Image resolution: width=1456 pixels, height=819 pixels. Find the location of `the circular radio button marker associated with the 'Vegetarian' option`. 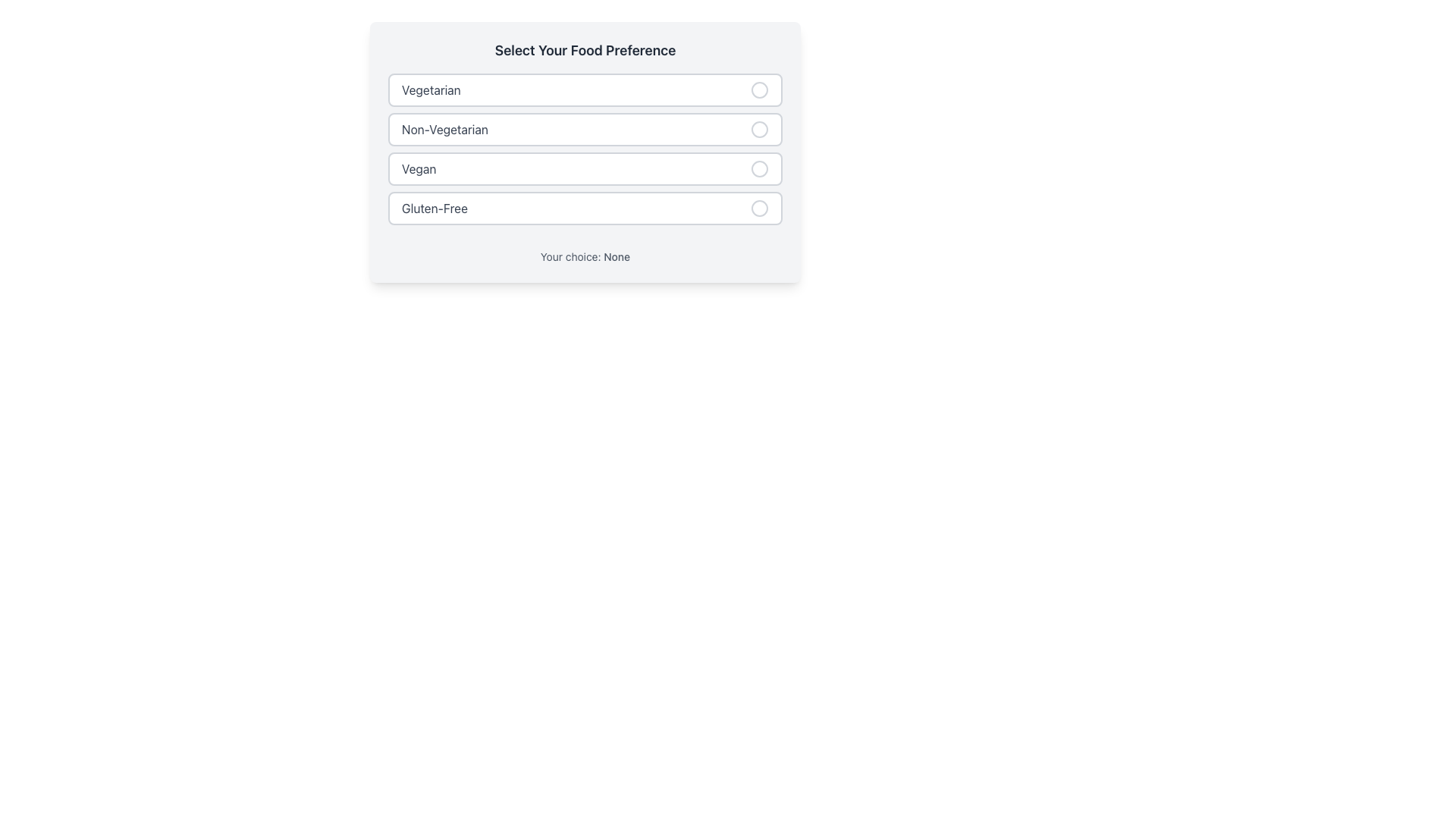

the circular radio button marker associated with the 'Vegetarian' option is located at coordinates (760, 90).